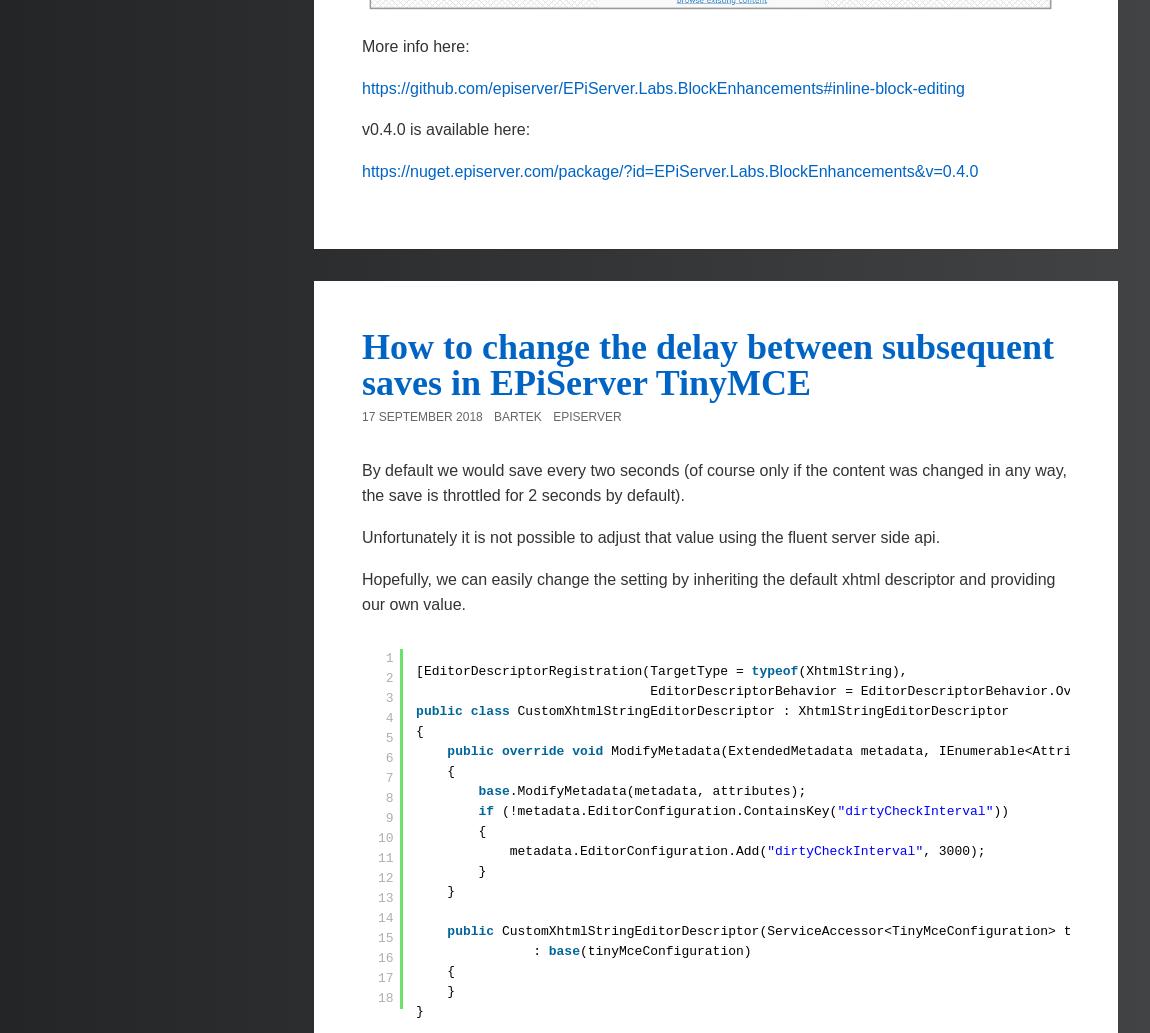  What do you see at coordinates (389, 697) in the screenshot?
I see `'3'` at bounding box center [389, 697].